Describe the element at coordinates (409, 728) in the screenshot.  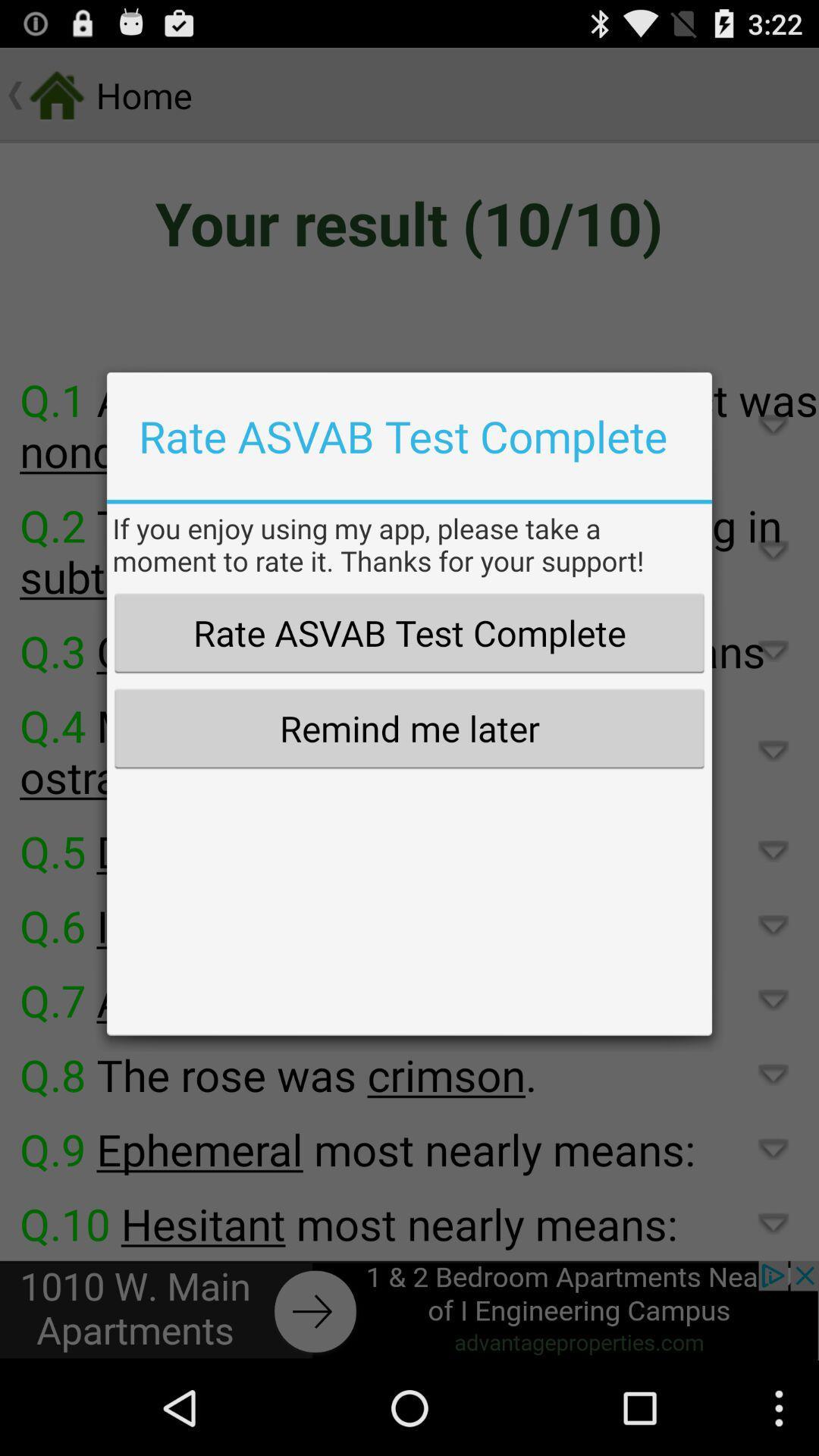
I see `icon below rate asvab test` at that location.